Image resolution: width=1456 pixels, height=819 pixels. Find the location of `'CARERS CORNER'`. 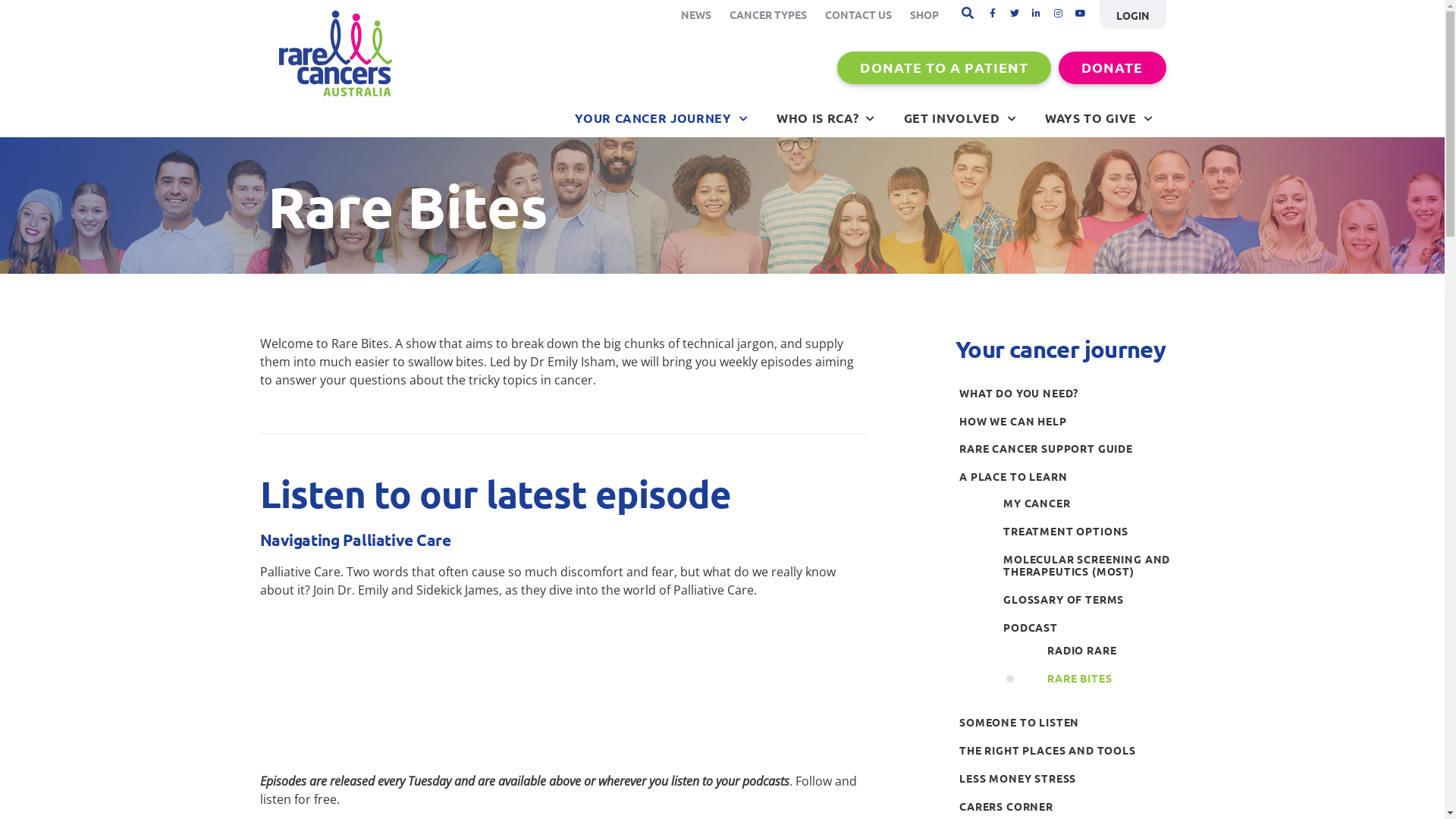

'CARERS CORNER' is located at coordinates (954, 805).